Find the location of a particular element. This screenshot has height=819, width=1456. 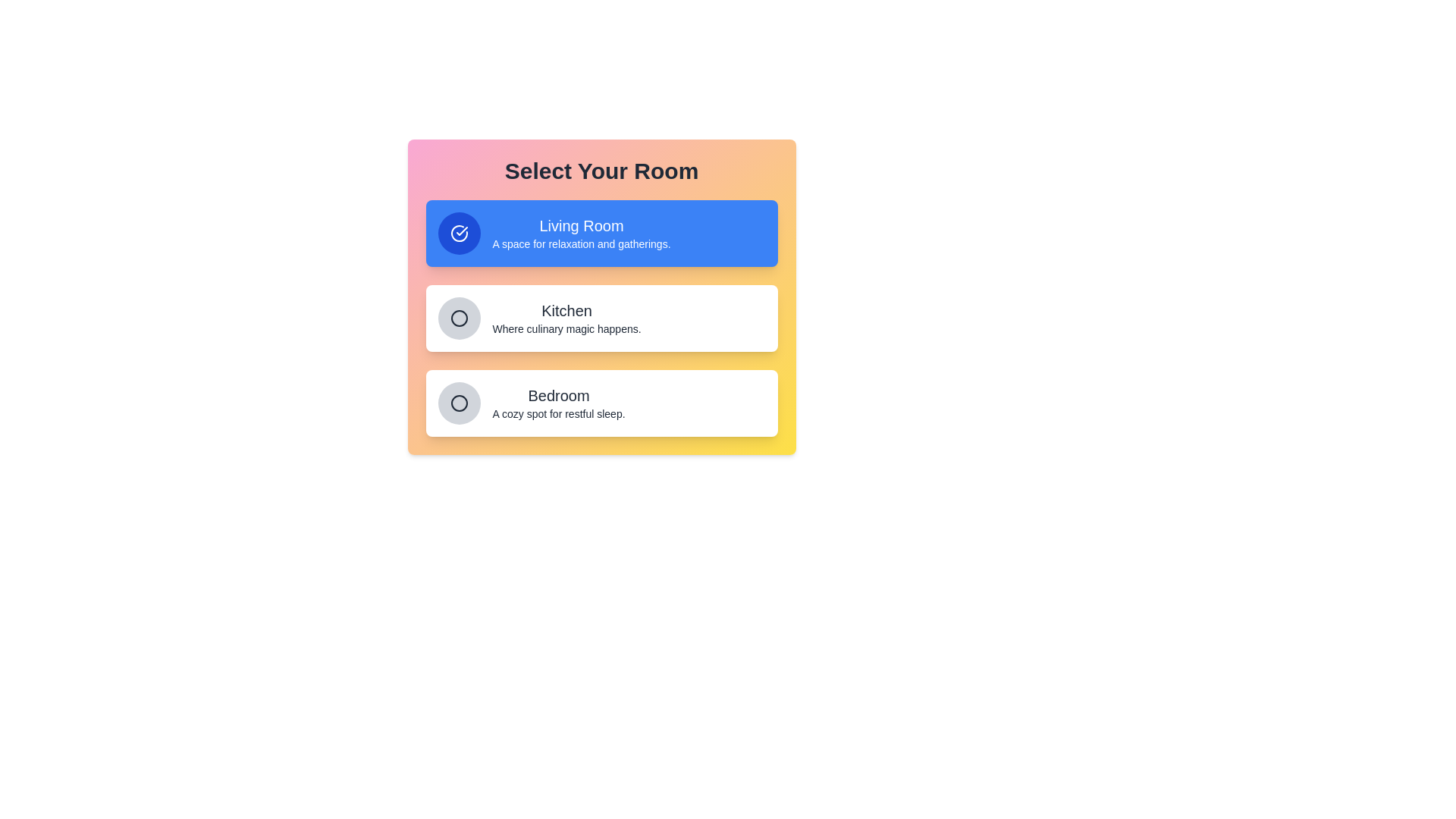

the check icon indicating that 'Living Room' is the currently selected option, which is positioned inside a circular blue background on the left side of the option's text is located at coordinates (458, 234).